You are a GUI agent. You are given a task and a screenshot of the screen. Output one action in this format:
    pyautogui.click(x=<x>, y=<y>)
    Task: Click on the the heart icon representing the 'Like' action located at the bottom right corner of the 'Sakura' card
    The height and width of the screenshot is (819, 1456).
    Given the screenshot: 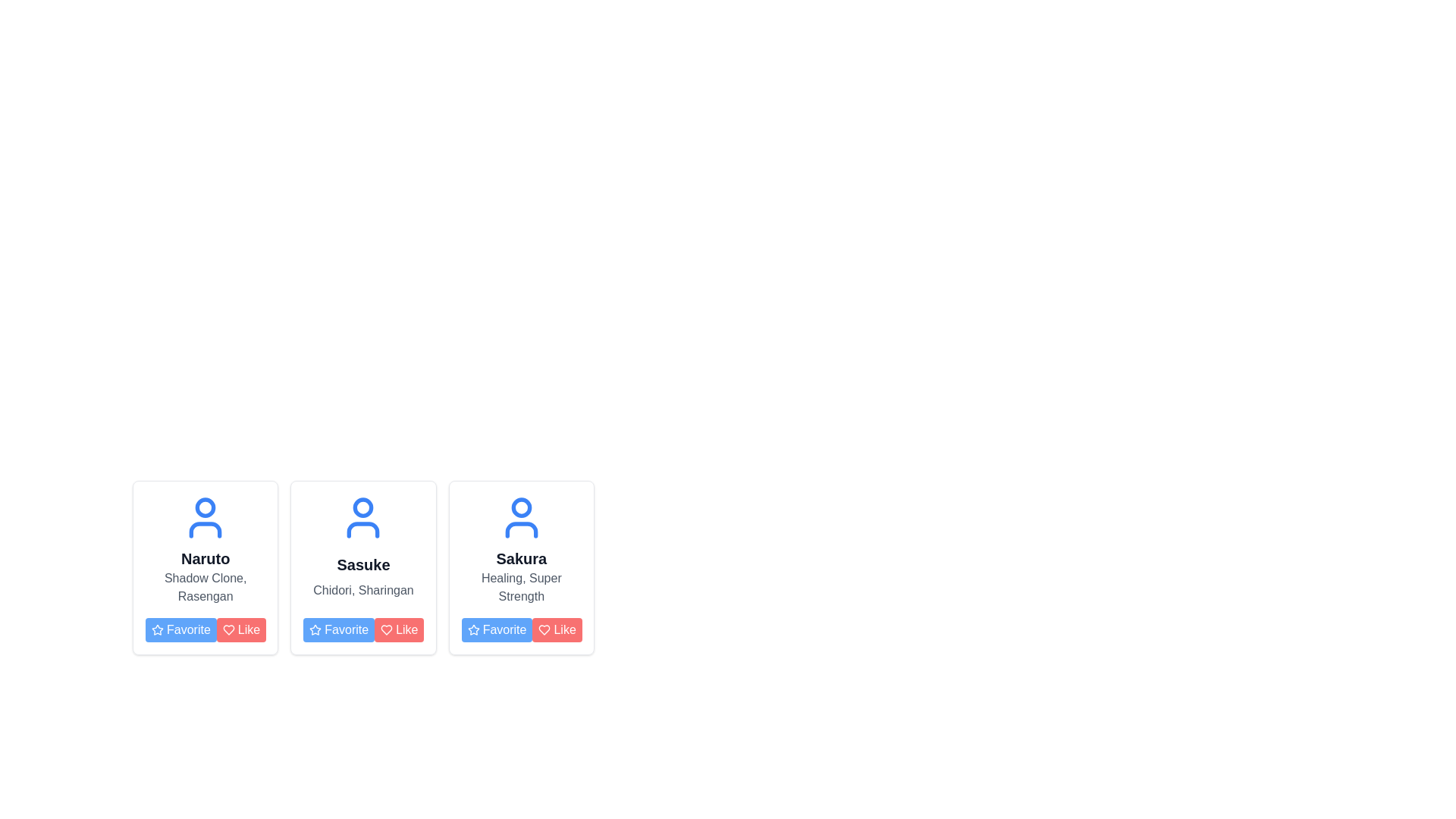 What is the action you would take?
    pyautogui.click(x=544, y=629)
    